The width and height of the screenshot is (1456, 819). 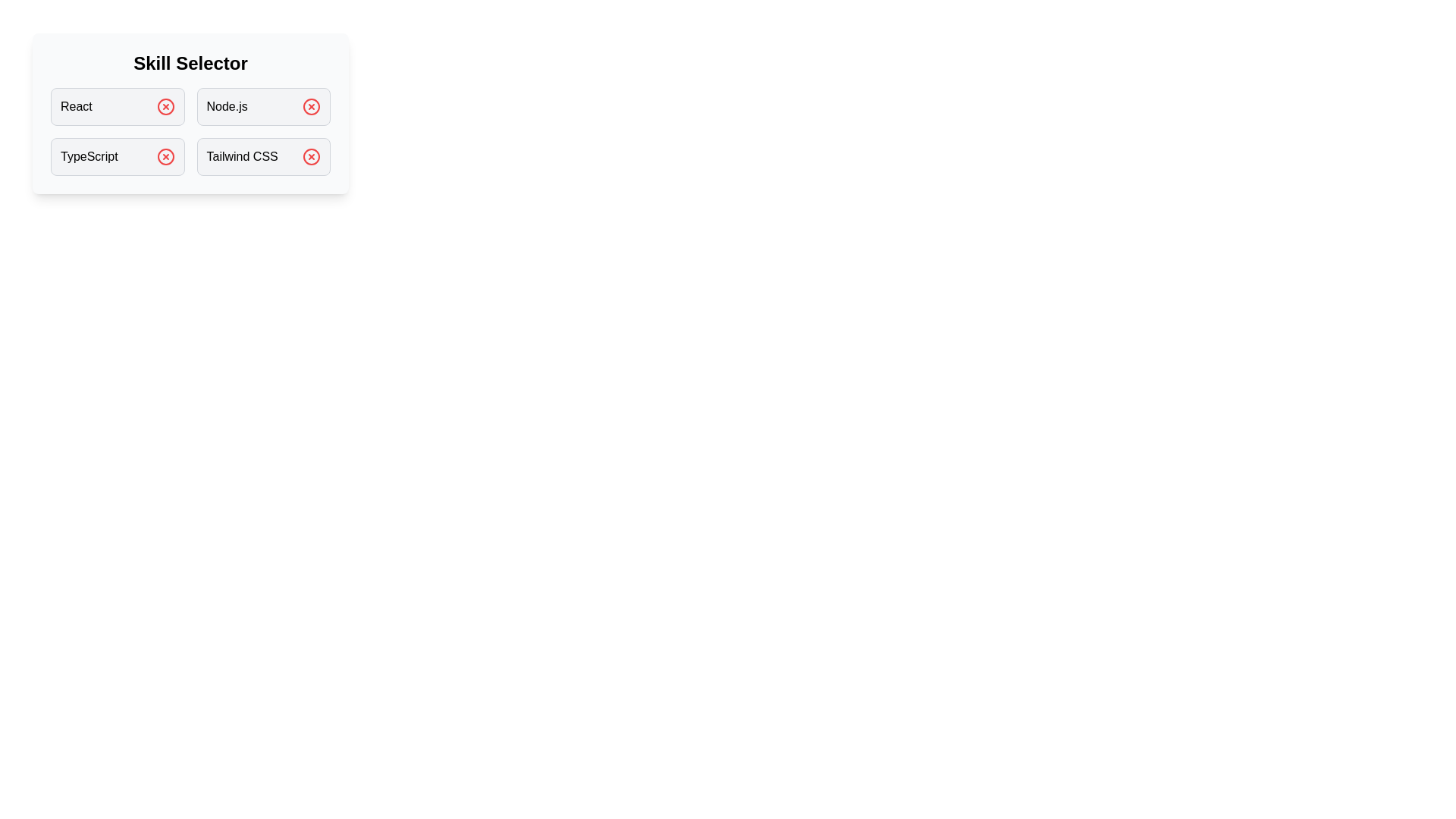 I want to click on the skill box labeled Tailwind CSS, so click(x=263, y=157).